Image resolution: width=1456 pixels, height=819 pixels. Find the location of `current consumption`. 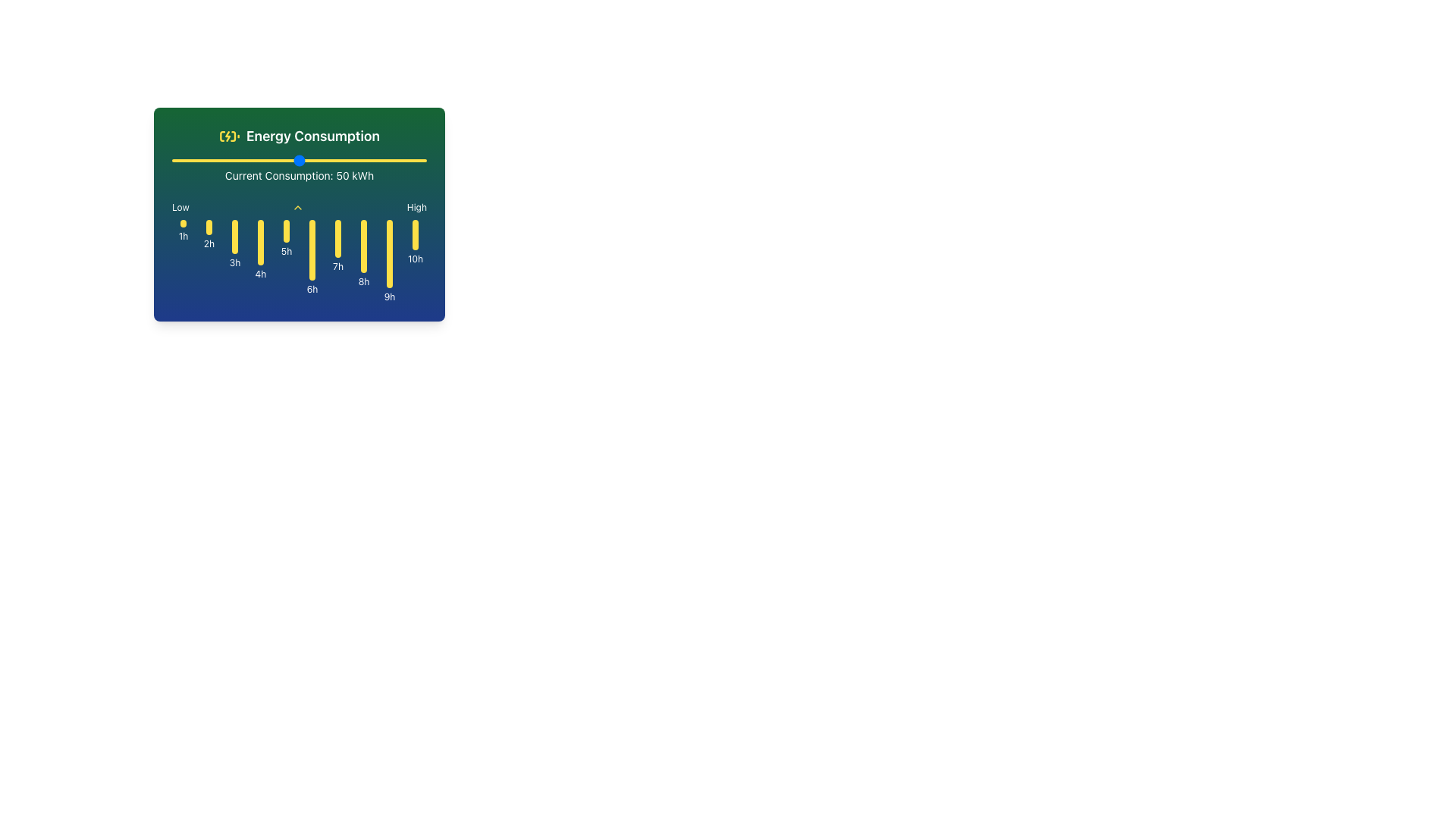

current consumption is located at coordinates (318, 161).